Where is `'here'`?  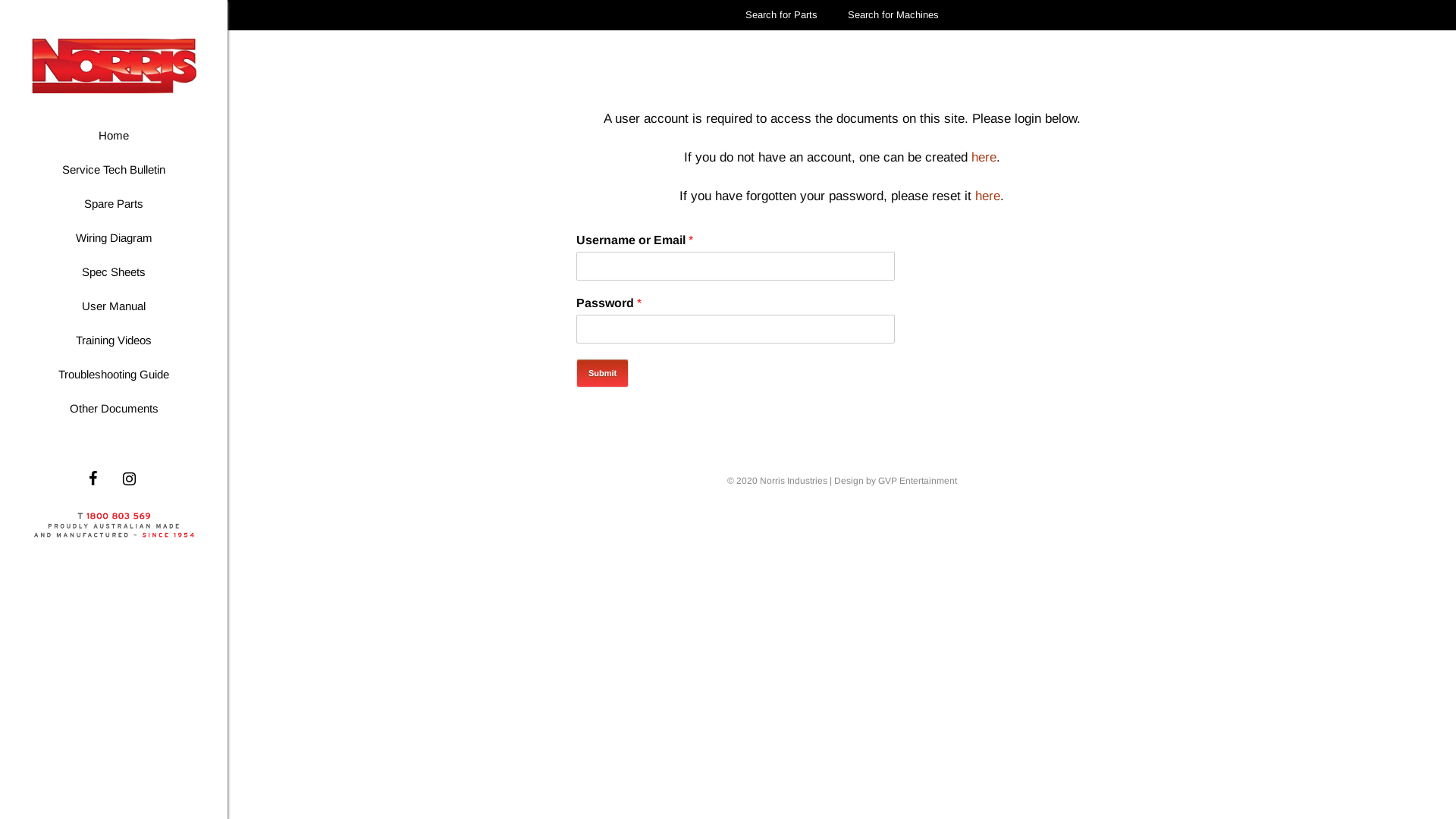 'here' is located at coordinates (983, 157).